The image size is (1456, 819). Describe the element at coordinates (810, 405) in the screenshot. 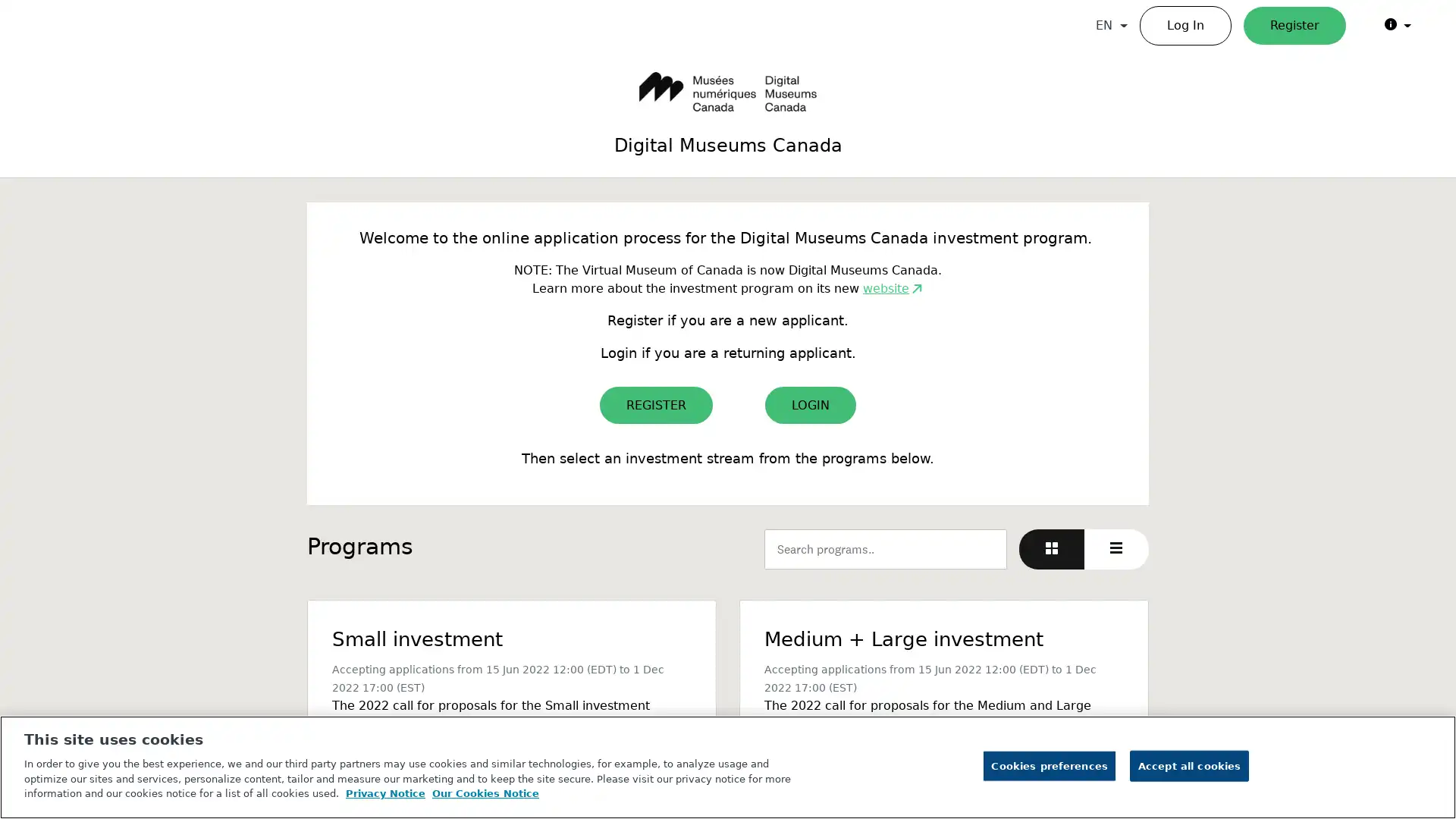

I see `LOGIN` at that location.